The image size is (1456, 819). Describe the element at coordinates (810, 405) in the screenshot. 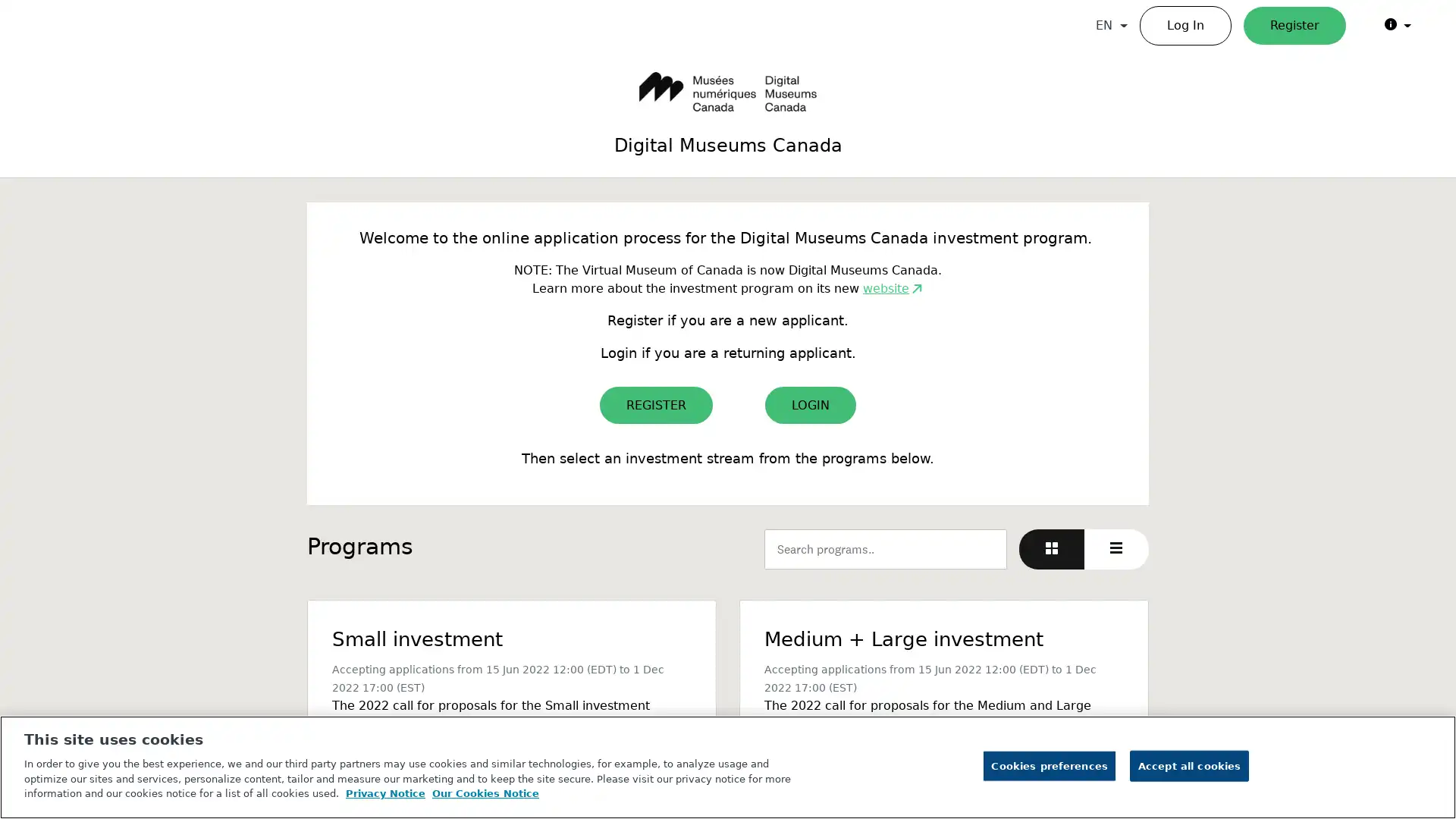

I see `LOGIN` at that location.